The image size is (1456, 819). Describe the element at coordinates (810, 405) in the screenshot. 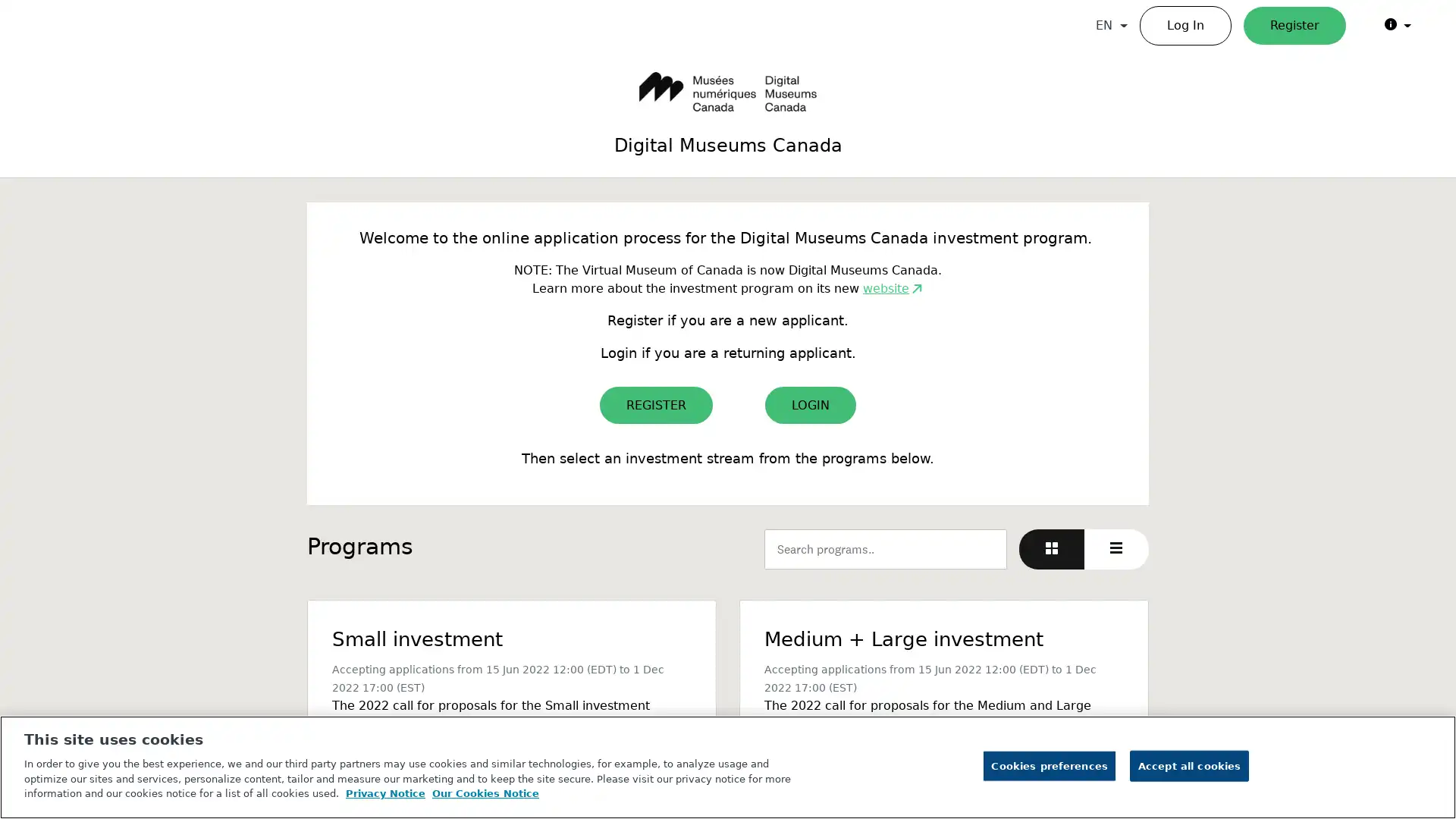

I see `LOGIN` at that location.